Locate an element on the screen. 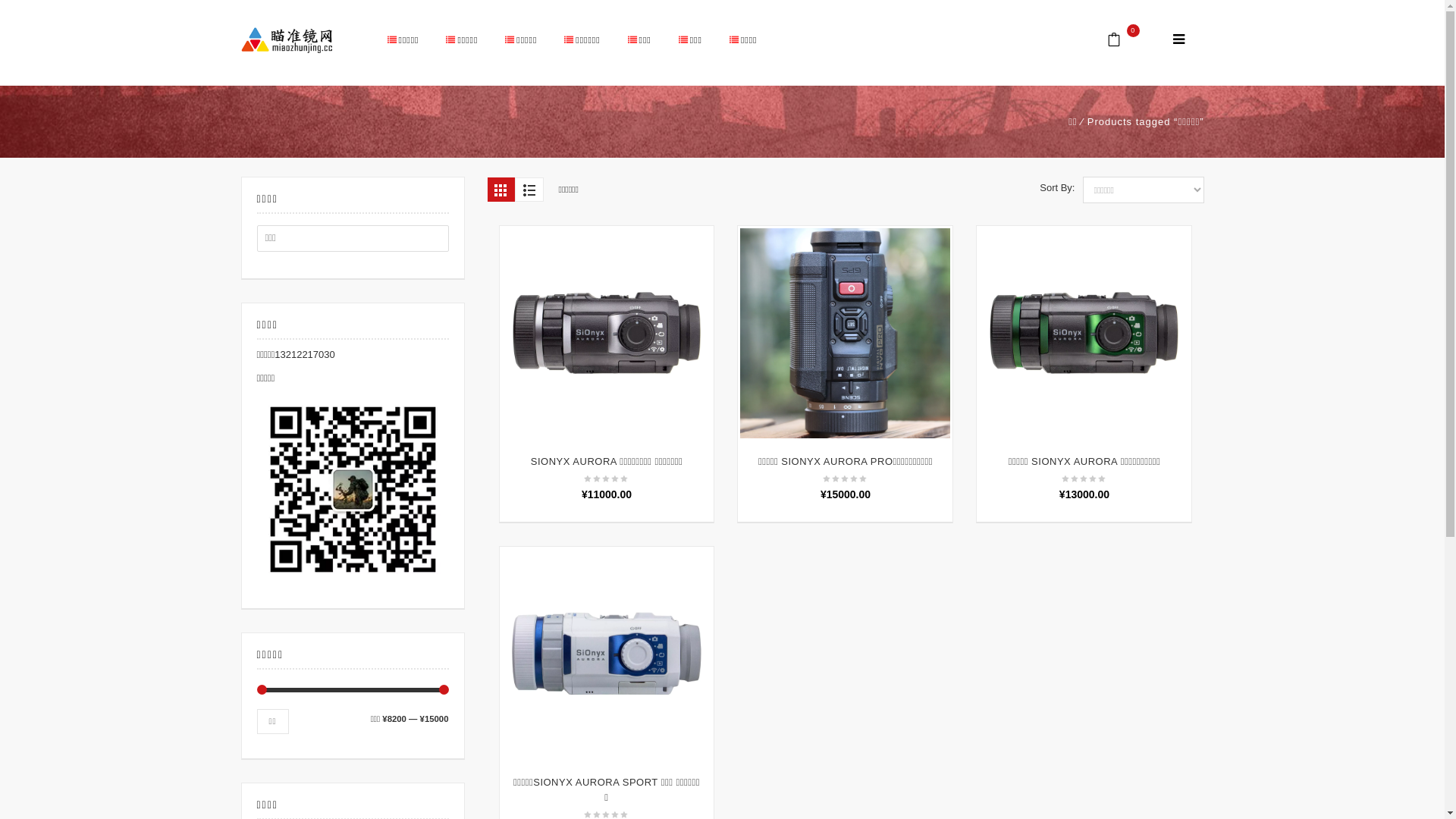  'List' is located at coordinates (528, 189).